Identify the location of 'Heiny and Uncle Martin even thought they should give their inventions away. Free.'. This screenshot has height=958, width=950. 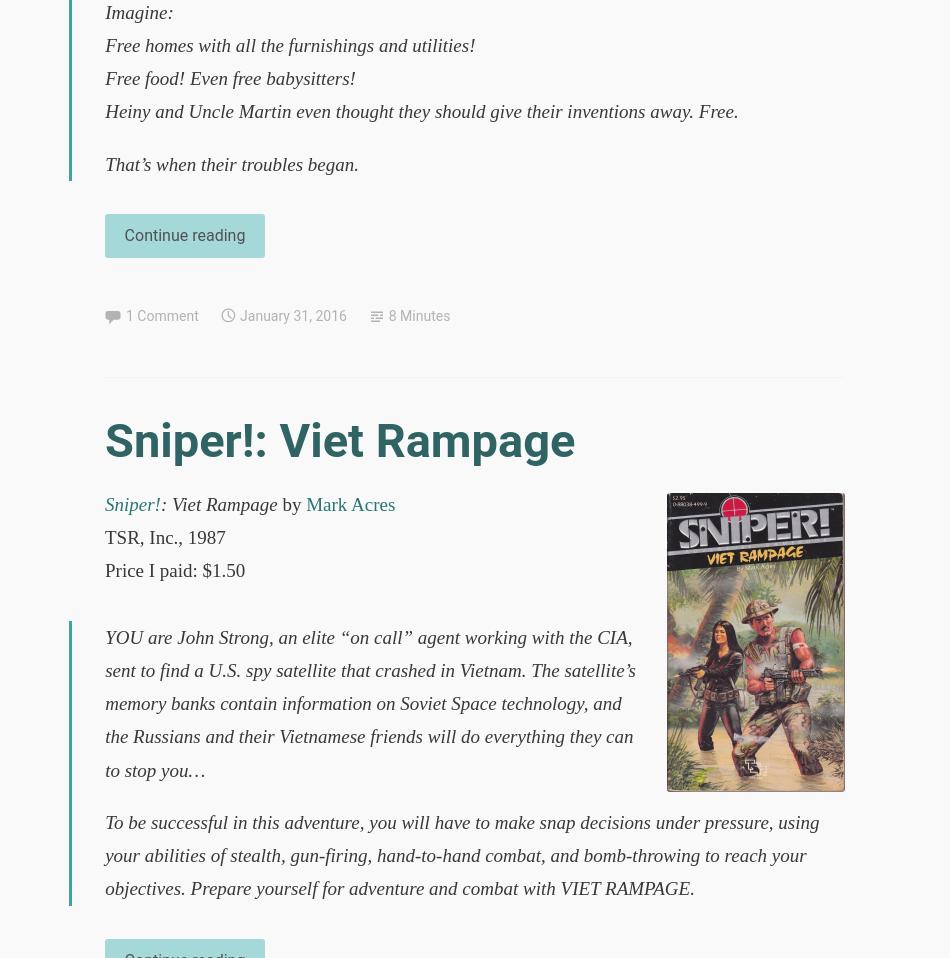
(420, 111).